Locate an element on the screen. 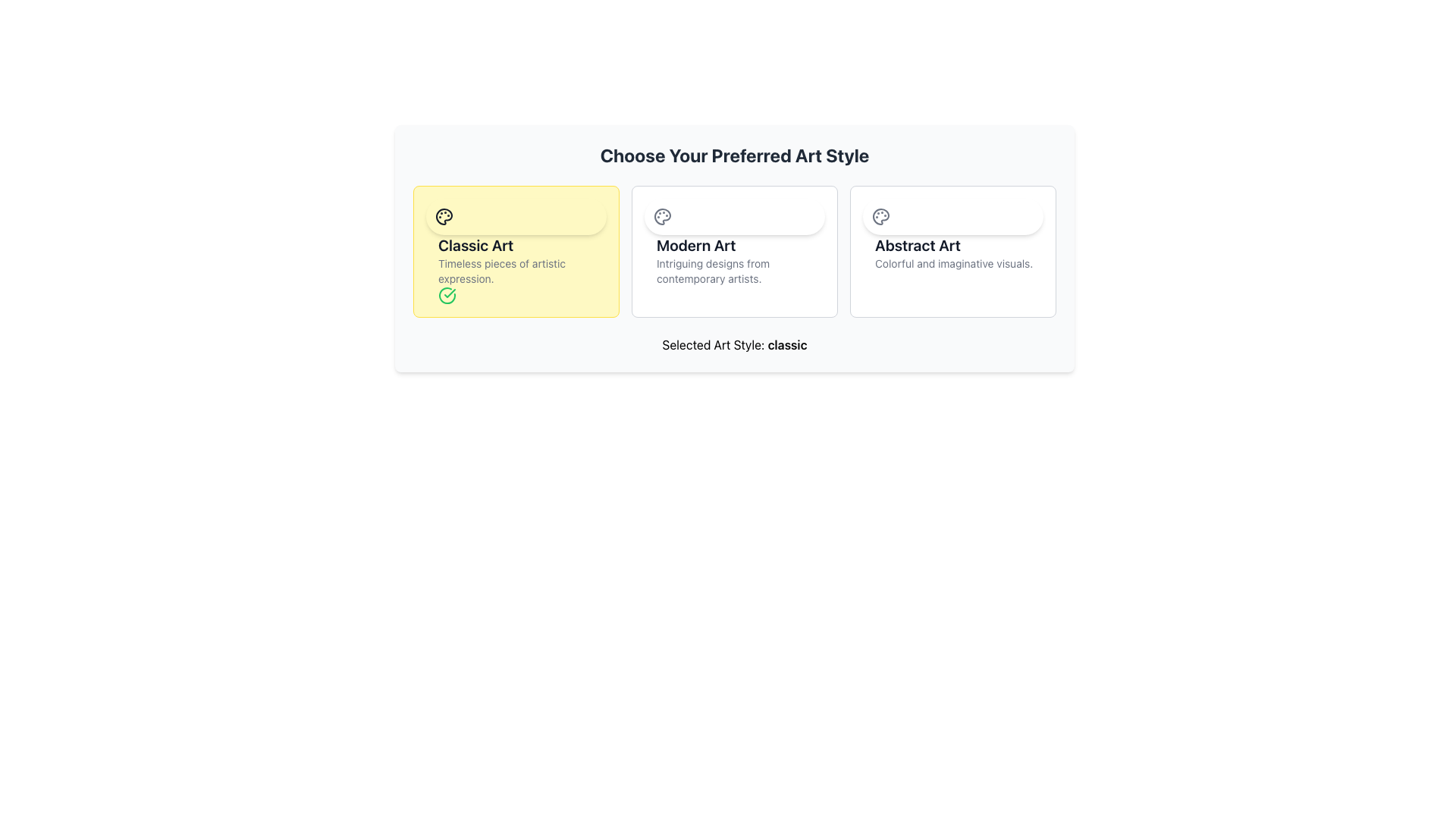  the palette icon with circular design featuring small circular indentations located in the top left corner of the 'Classic Art' card, which has a yellow background indicating active selection is located at coordinates (443, 216).